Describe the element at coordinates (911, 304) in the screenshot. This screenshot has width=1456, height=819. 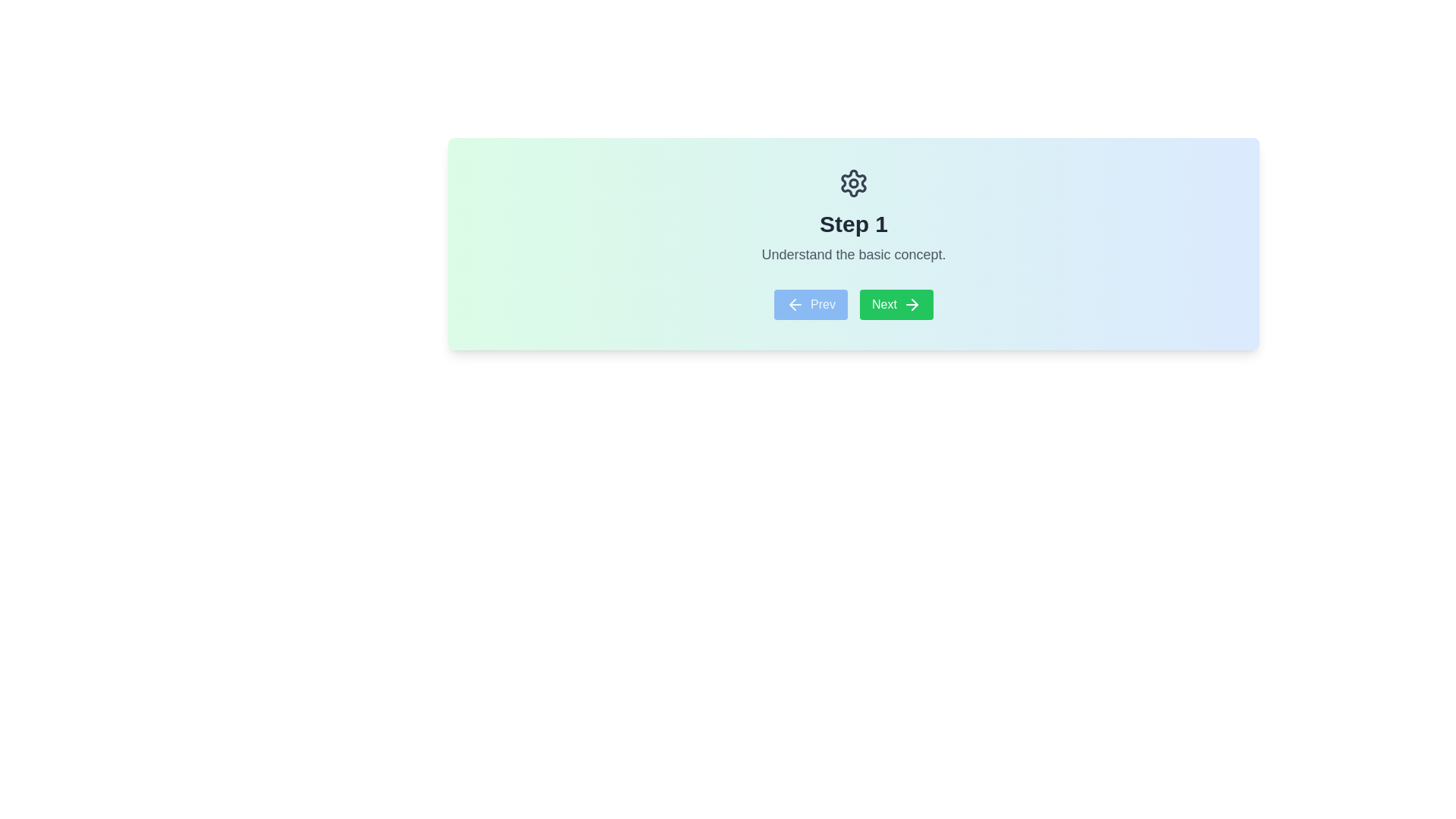
I see `the right-facing arrow icon rendered in a green circular button next to the text 'Next'` at that location.